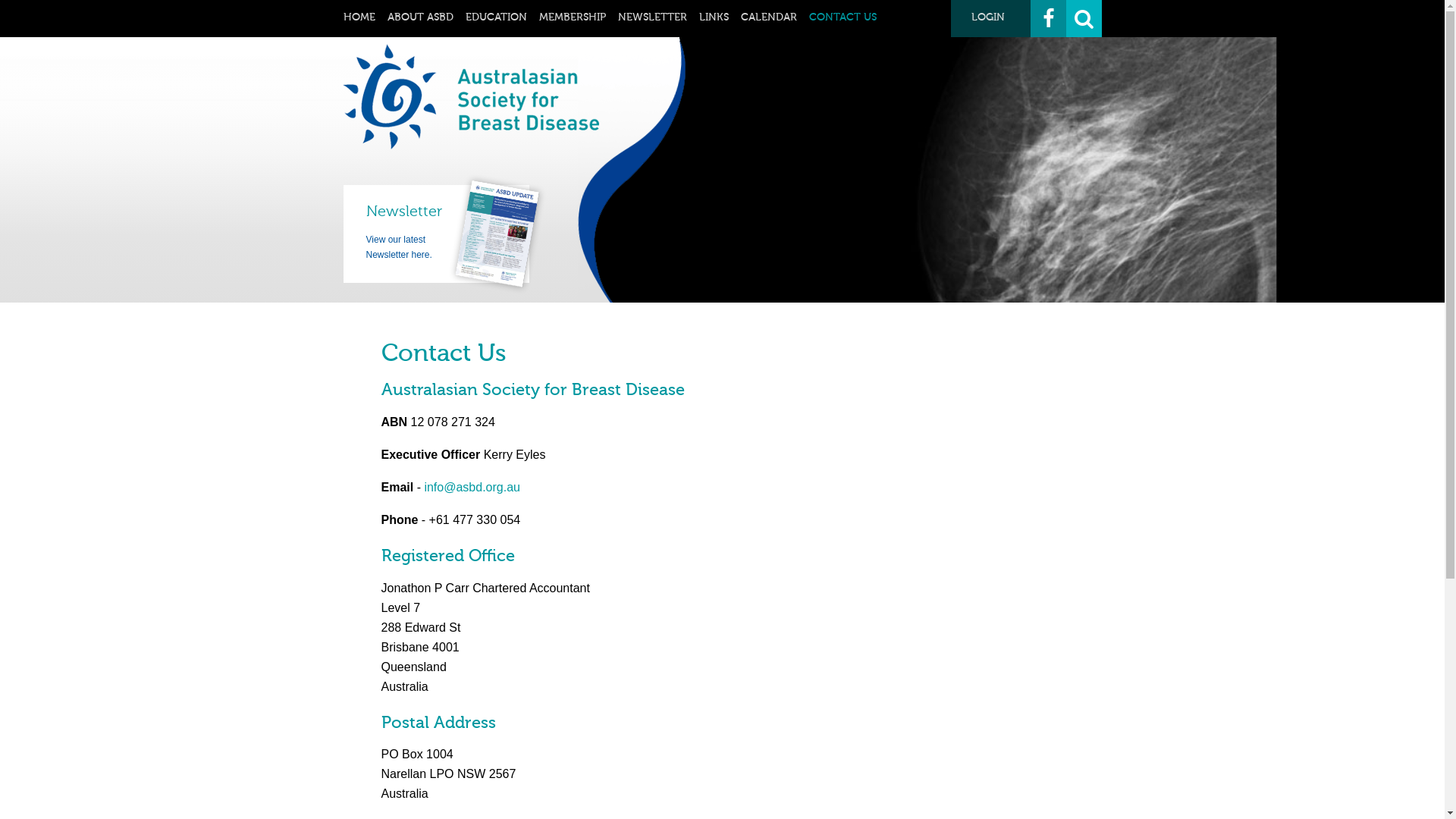 The height and width of the screenshot is (819, 1456). Describe the element at coordinates (358, 17) in the screenshot. I see `'HOME'` at that location.